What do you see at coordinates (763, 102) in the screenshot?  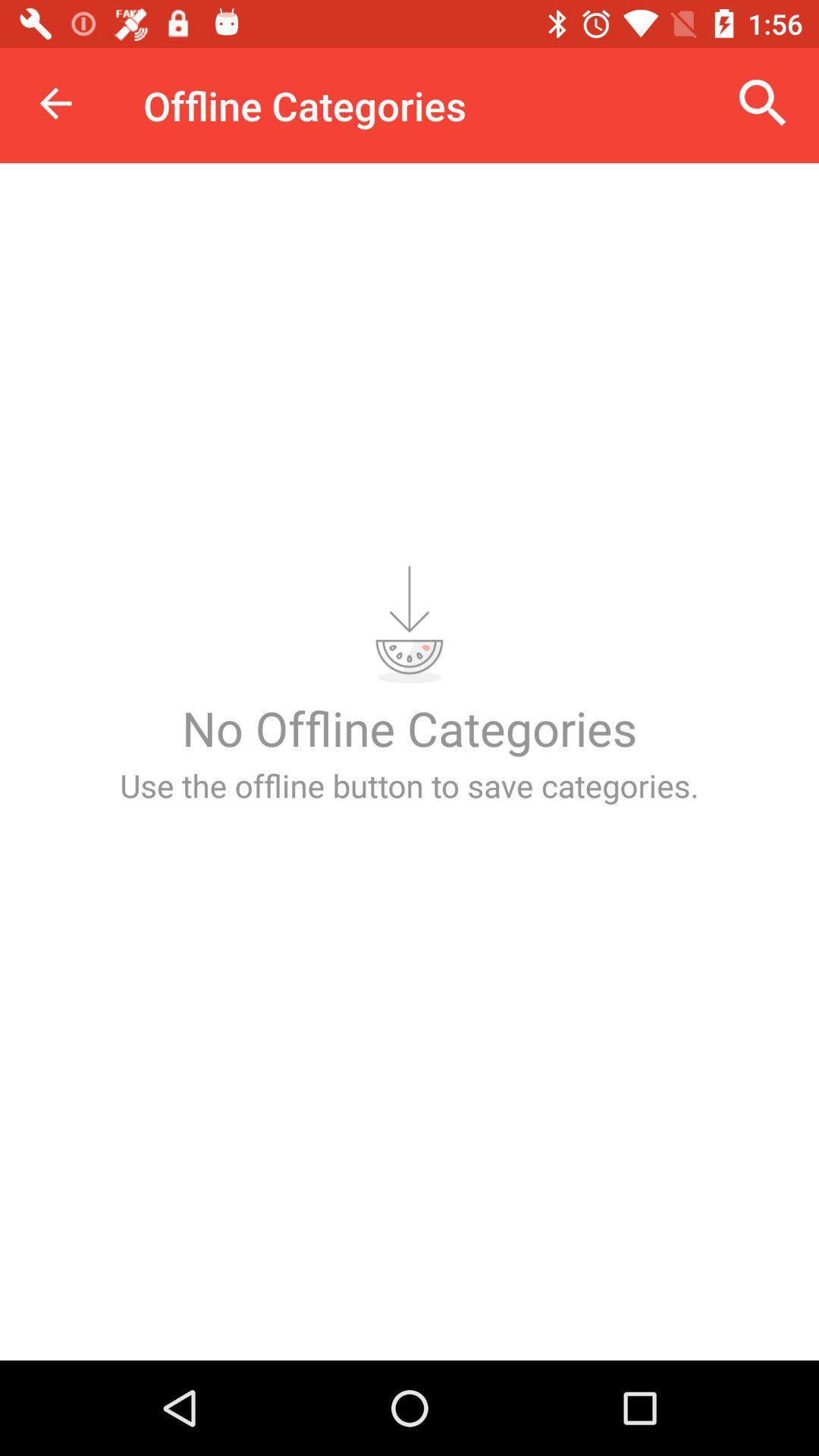 I see `the icon next to offline categories icon` at bounding box center [763, 102].